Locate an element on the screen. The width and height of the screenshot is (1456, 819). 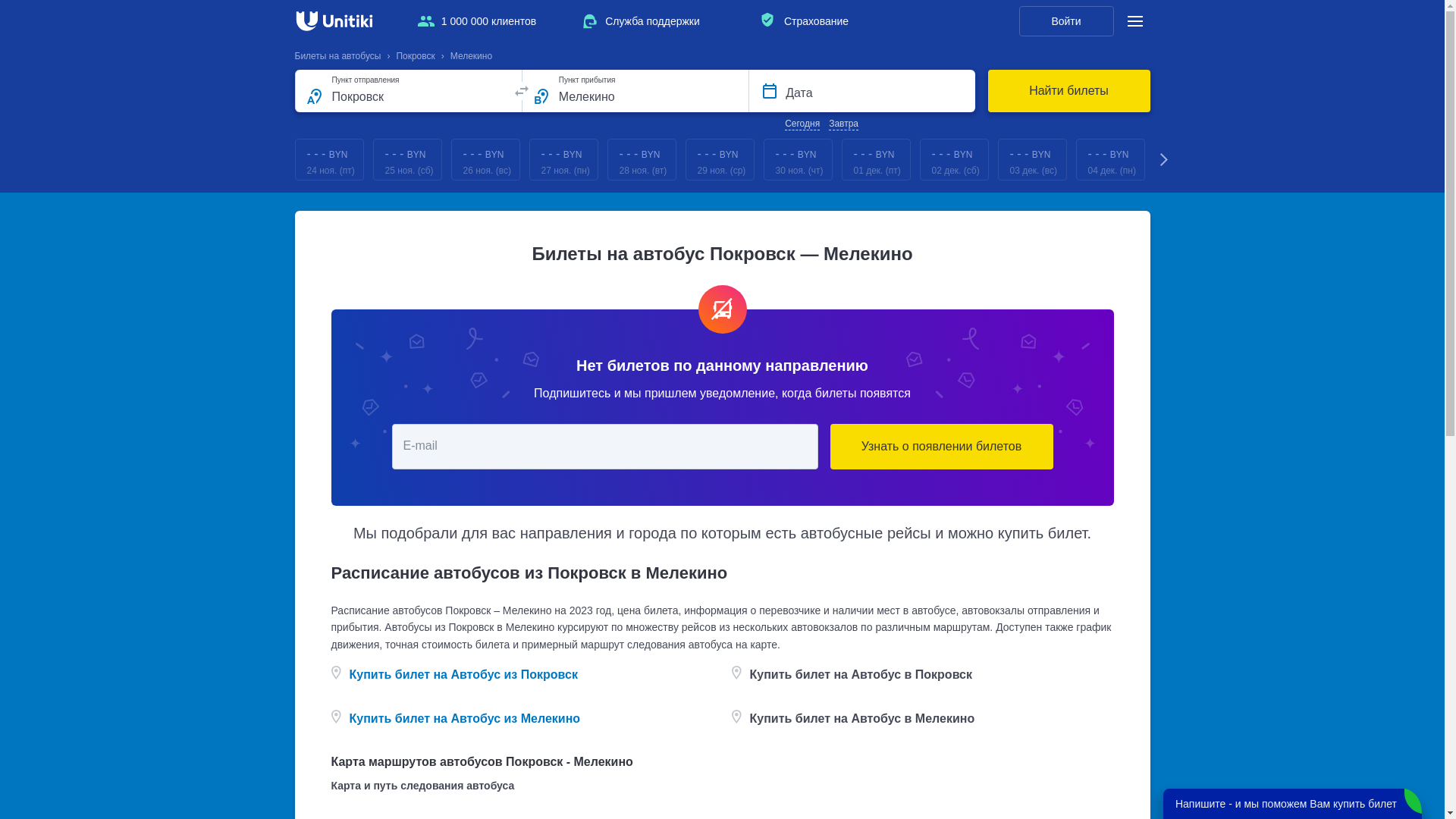
'Next' is located at coordinates (1164, 159).